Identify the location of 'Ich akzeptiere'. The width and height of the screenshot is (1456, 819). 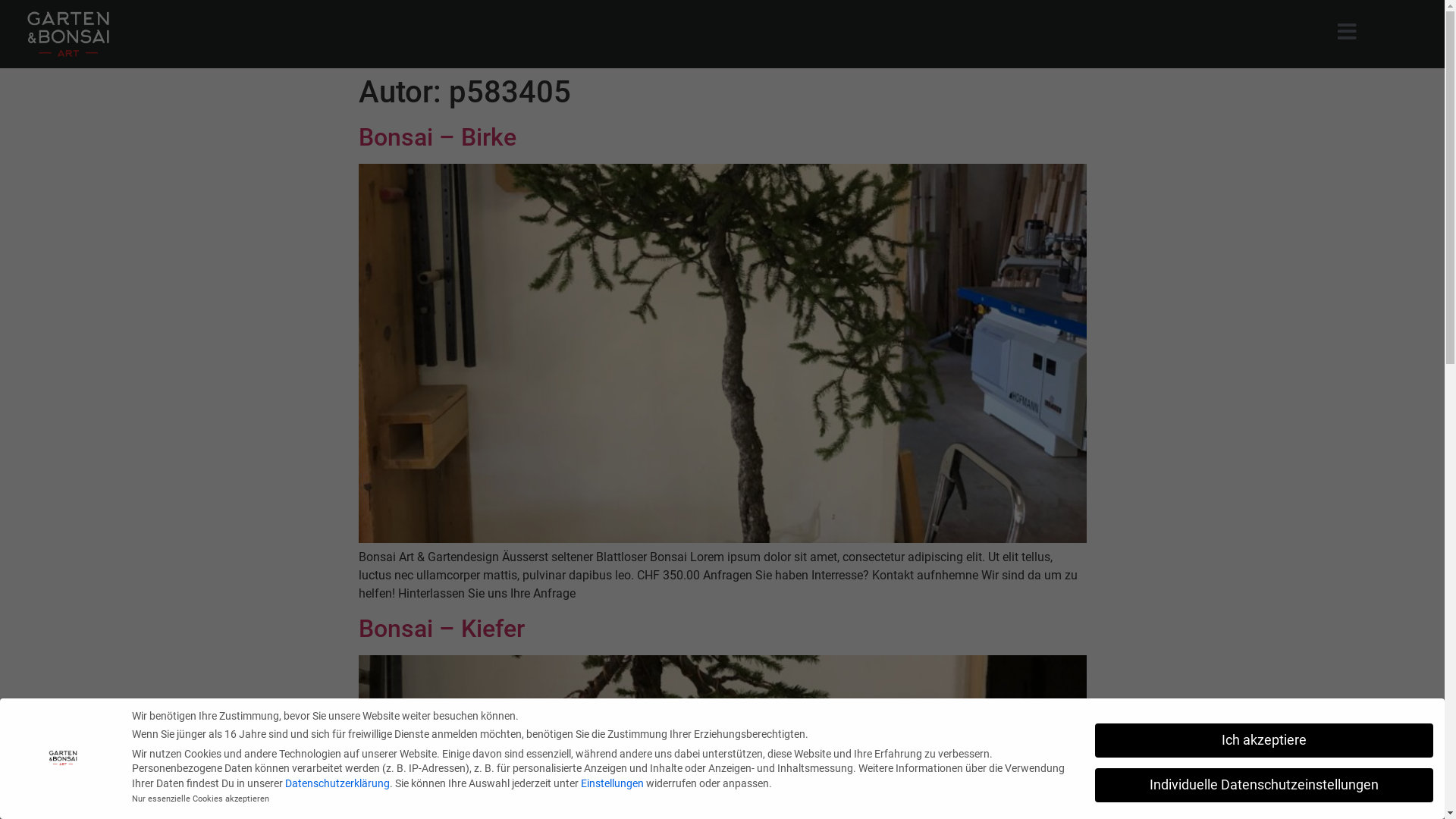
(1263, 739).